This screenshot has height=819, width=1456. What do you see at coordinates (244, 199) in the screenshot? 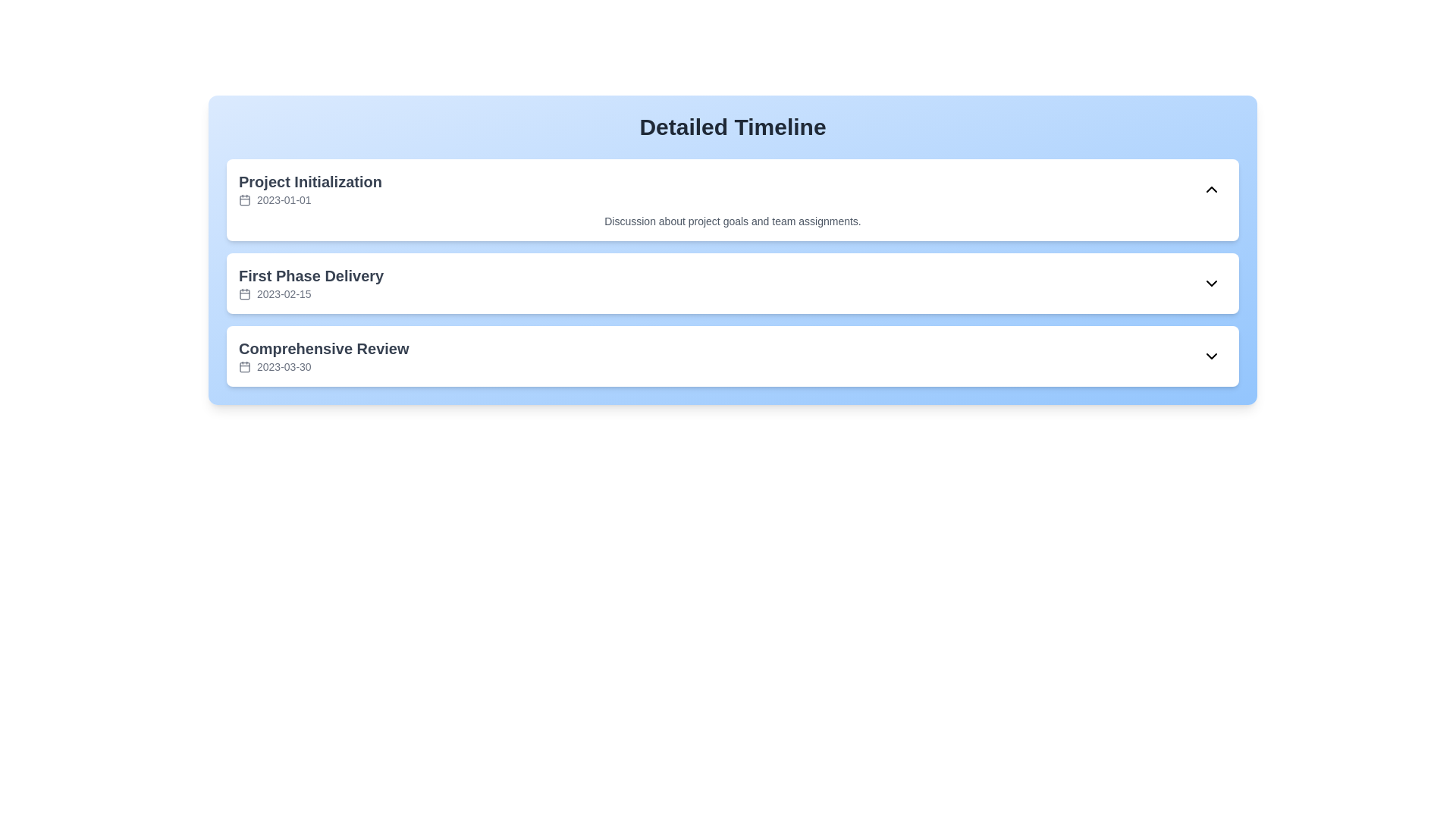
I see `the calendar icon's slot element, which is a rectangular shape with rounded corners located next to the text '2023-01-01'` at bounding box center [244, 199].